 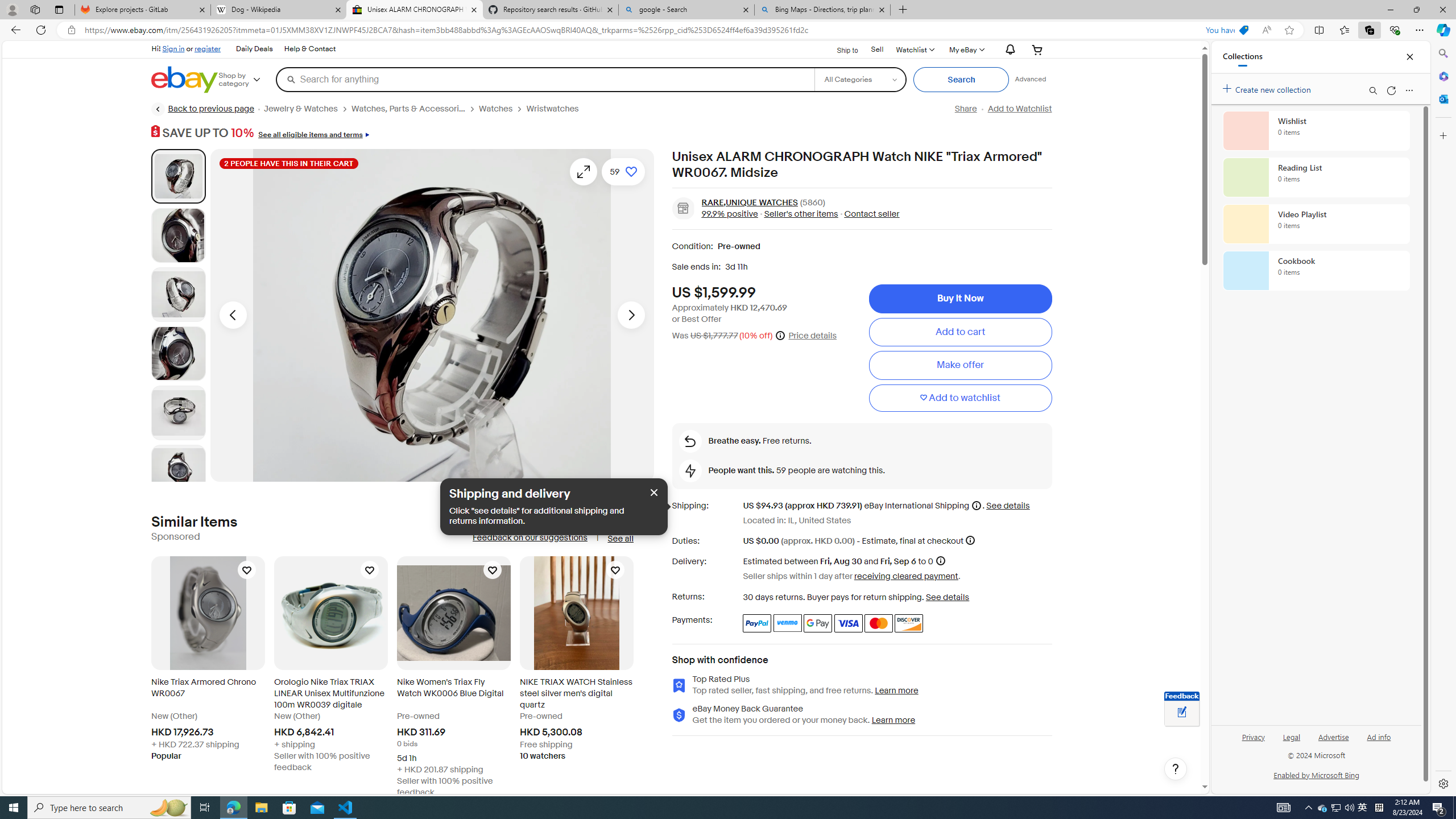 I want to click on 'Picture 4 of 18', so click(x=178, y=353).